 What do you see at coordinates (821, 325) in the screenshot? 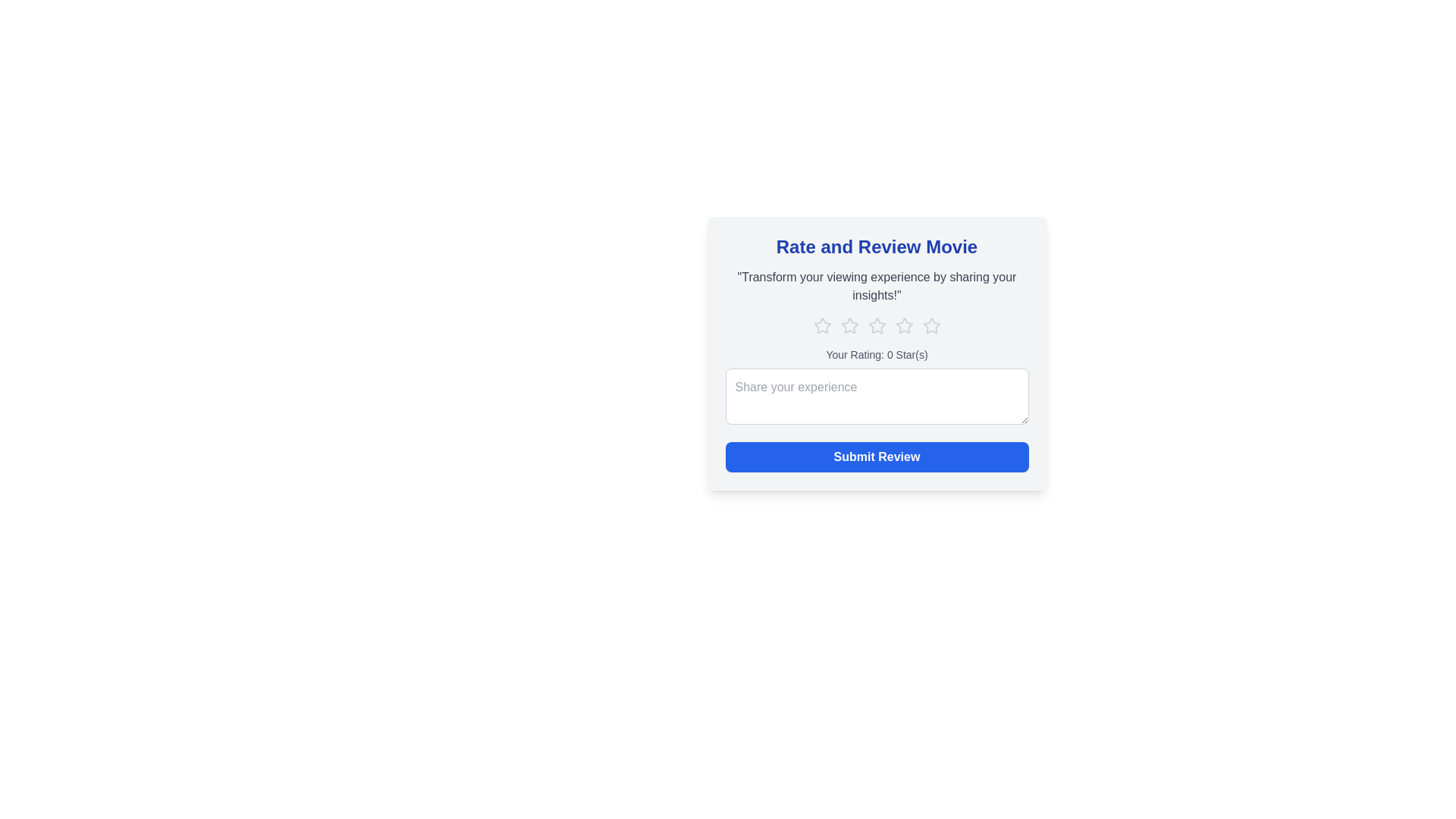
I see `the star corresponding to 1 to set the movie rating` at bounding box center [821, 325].